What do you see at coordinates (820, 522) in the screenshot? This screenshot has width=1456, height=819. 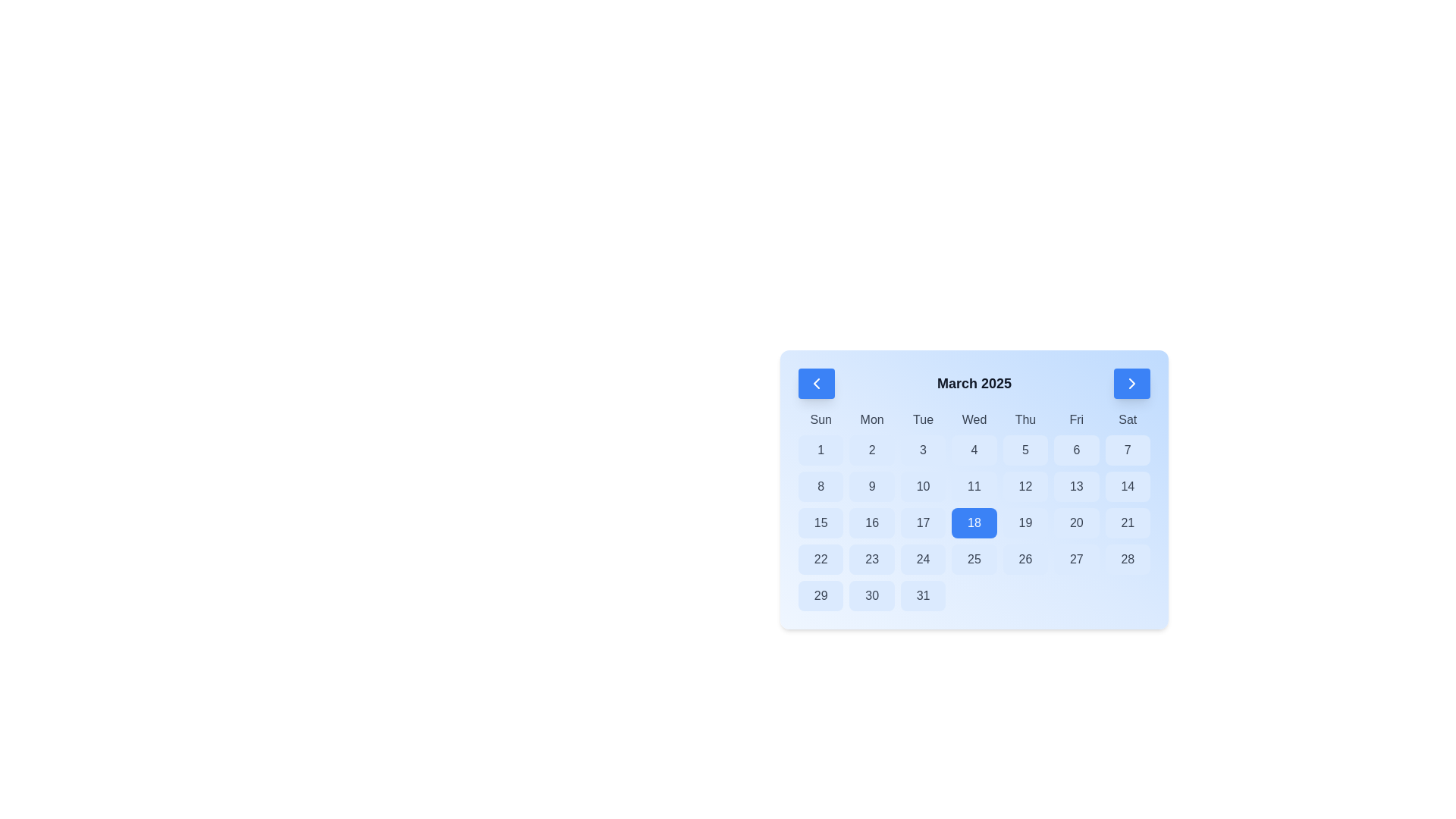 I see `the button representing the date '15th' in the calendar, located in the third row, first column under the 'Sun' label` at bounding box center [820, 522].